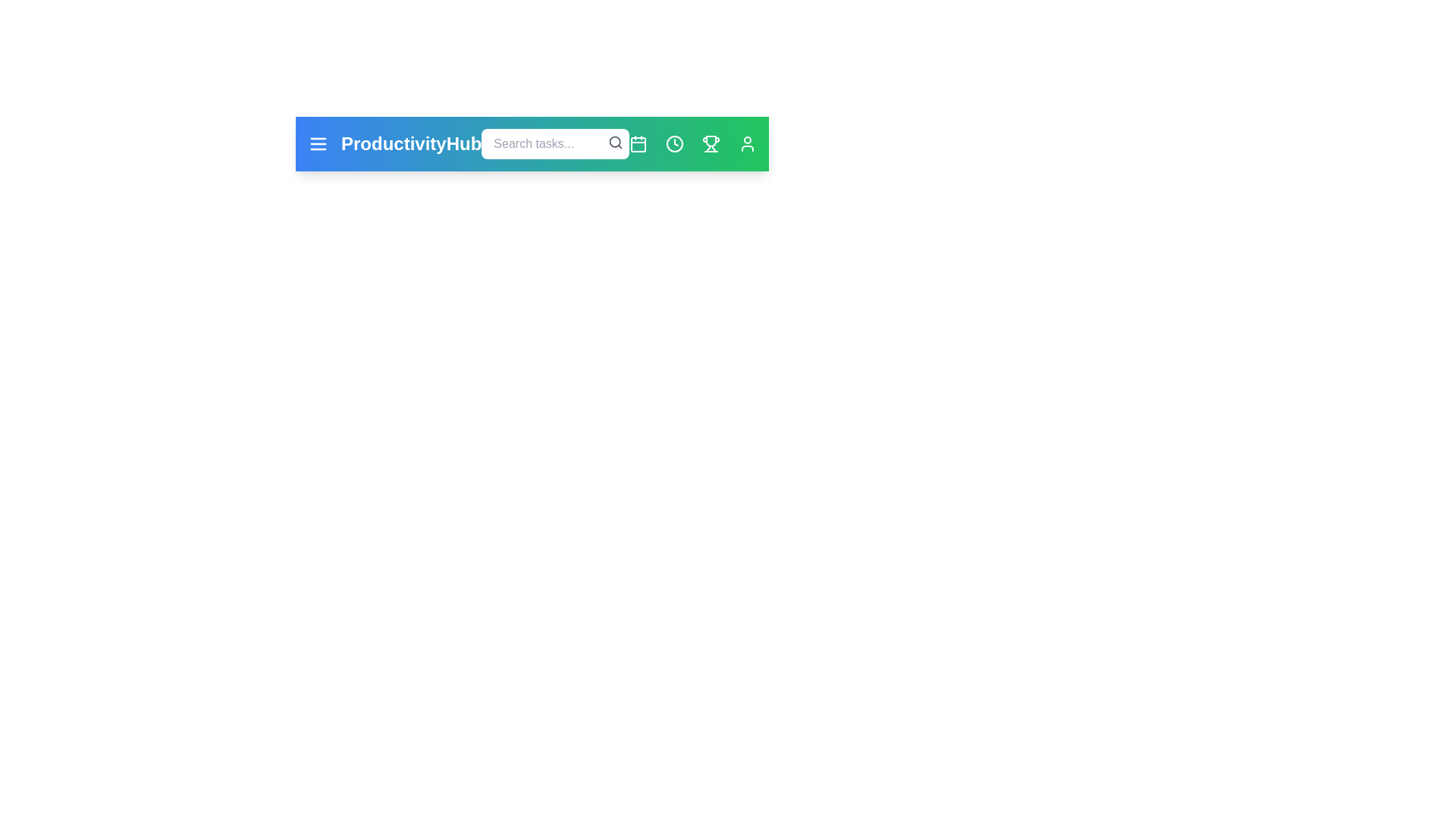  Describe the element at coordinates (747, 143) in the screenshot. I see `the user profile icon to access the user profile` at that location.